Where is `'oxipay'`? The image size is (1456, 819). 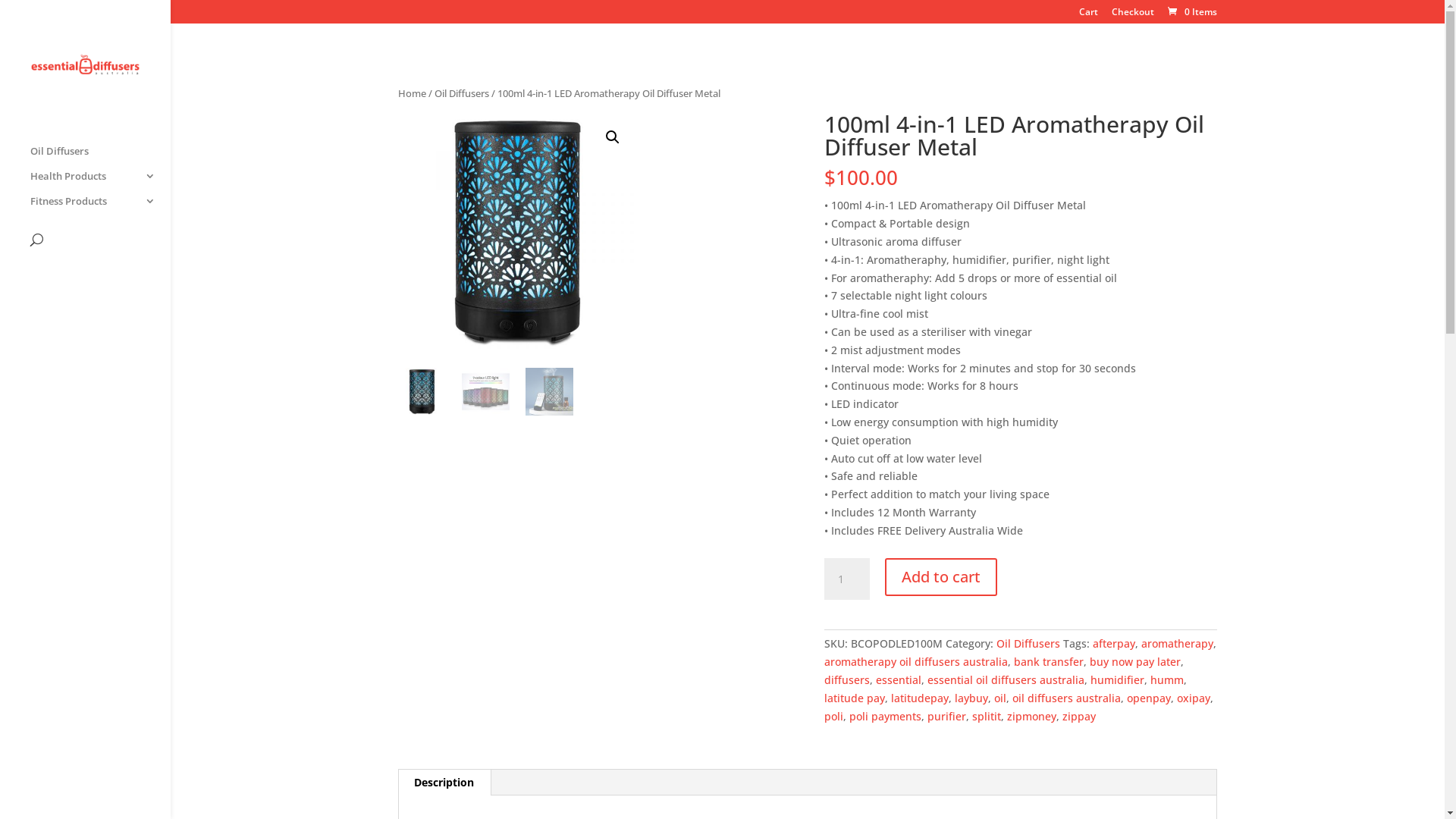
'oxipay' is located at coordinates (1193, 698).